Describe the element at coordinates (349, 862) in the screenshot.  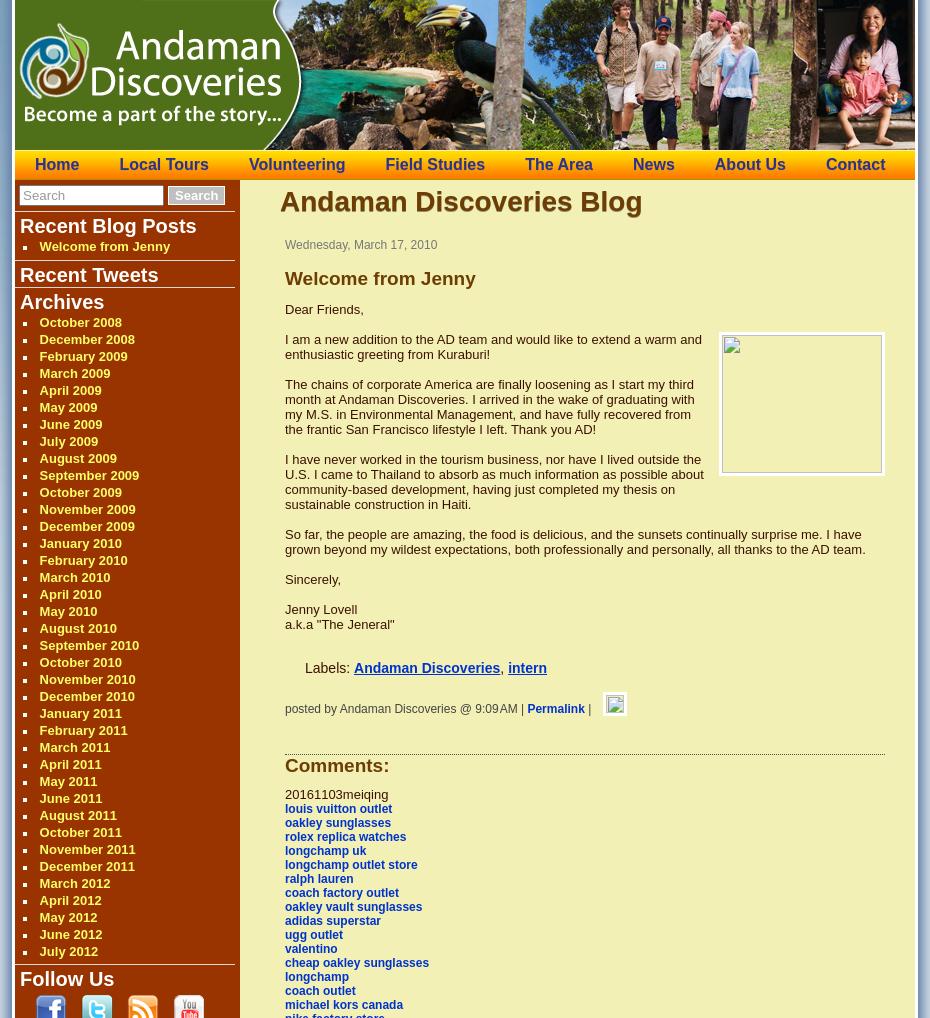
I see `'longchamp outlet store'` at that location.